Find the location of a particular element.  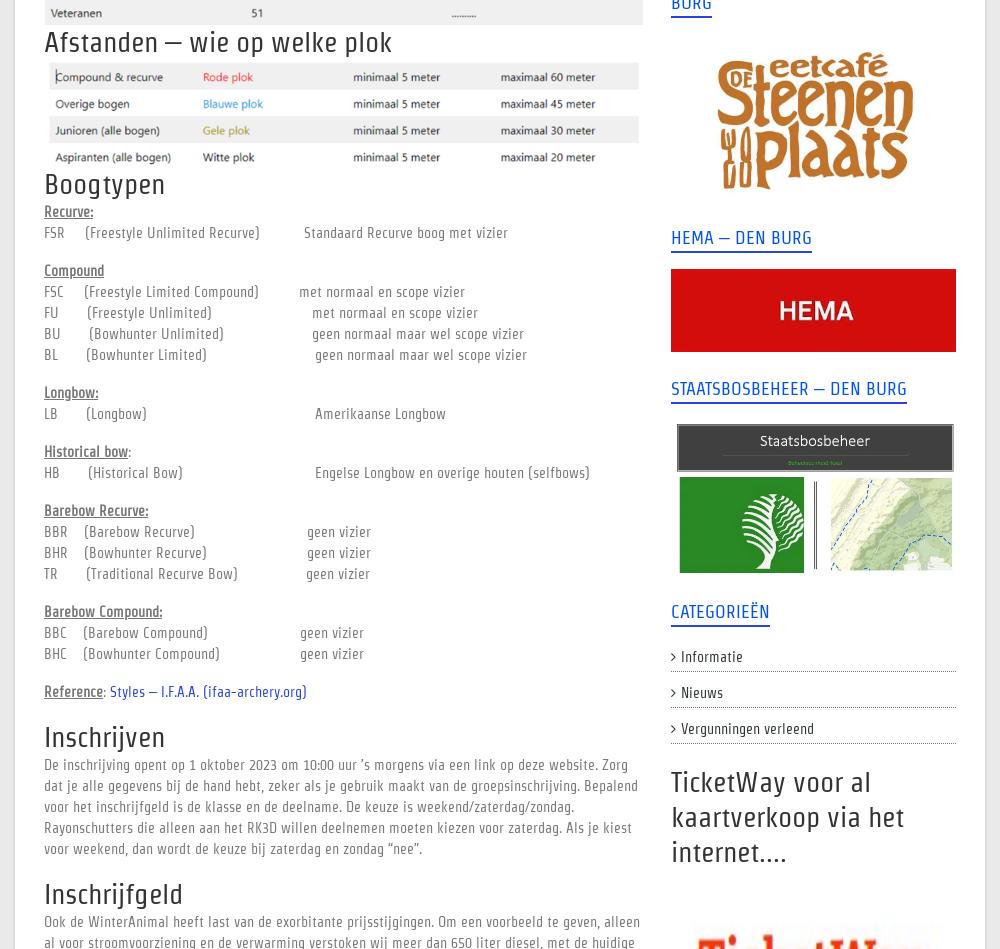

'Inschrijven' is located at coordinates (44, 736).